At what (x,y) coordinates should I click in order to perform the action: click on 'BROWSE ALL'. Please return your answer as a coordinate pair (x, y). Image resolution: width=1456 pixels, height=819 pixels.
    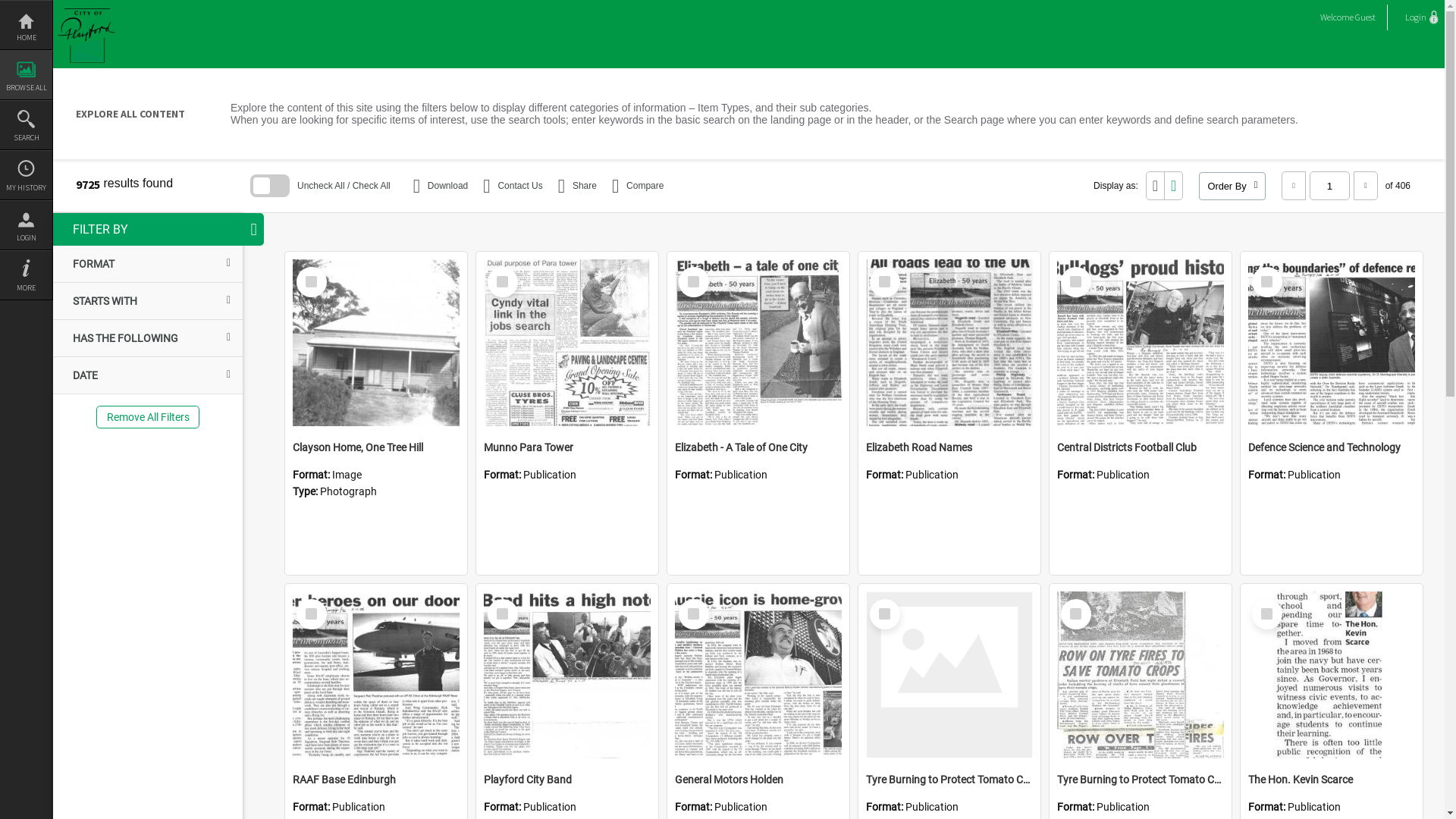
    Looking at the image, I should click on (26, 75).